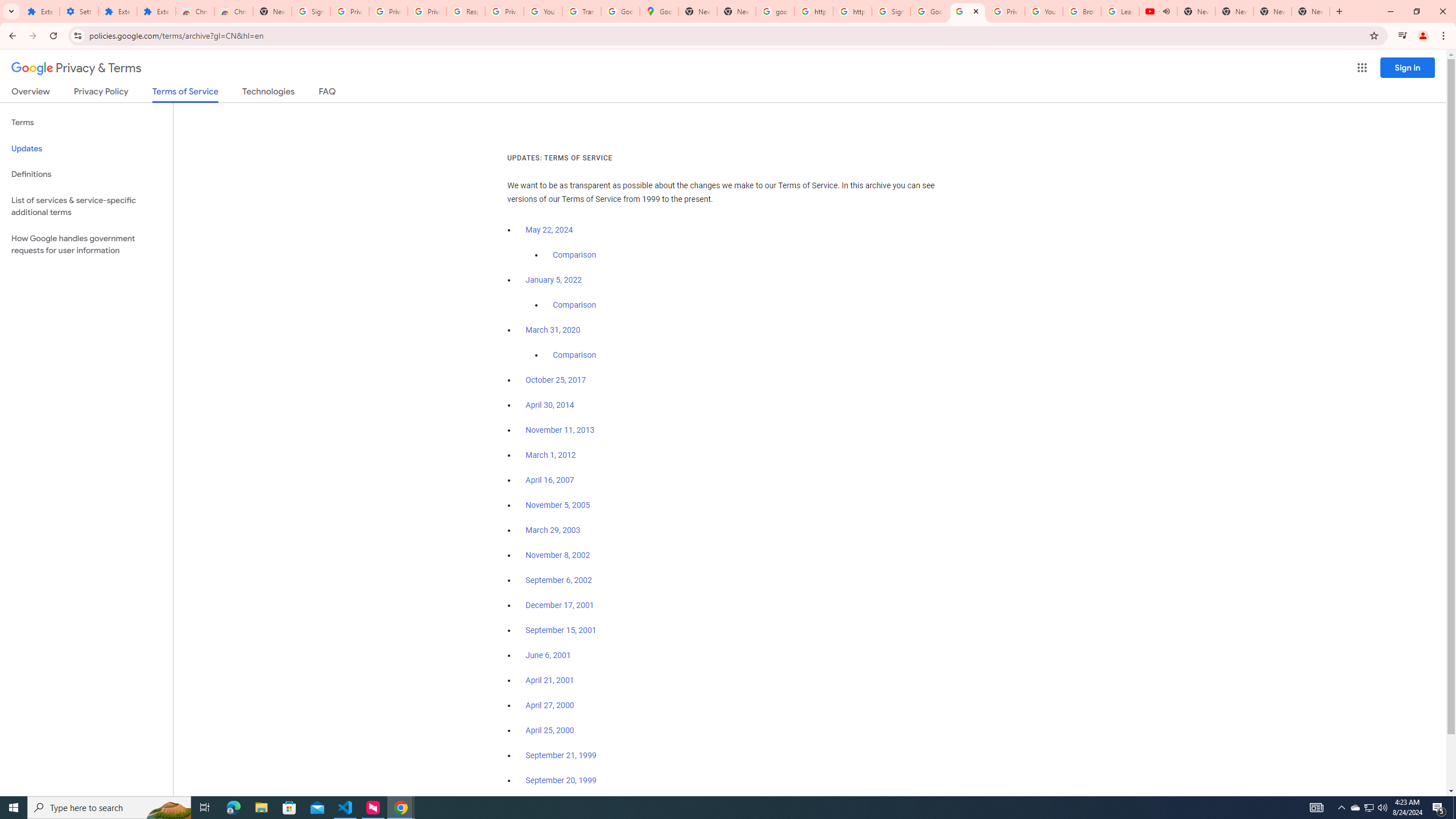  What do you see at coordinates (549, 704) in the screenshot?
I see `'April 27, 2000'` at bounding box center [549, 704].